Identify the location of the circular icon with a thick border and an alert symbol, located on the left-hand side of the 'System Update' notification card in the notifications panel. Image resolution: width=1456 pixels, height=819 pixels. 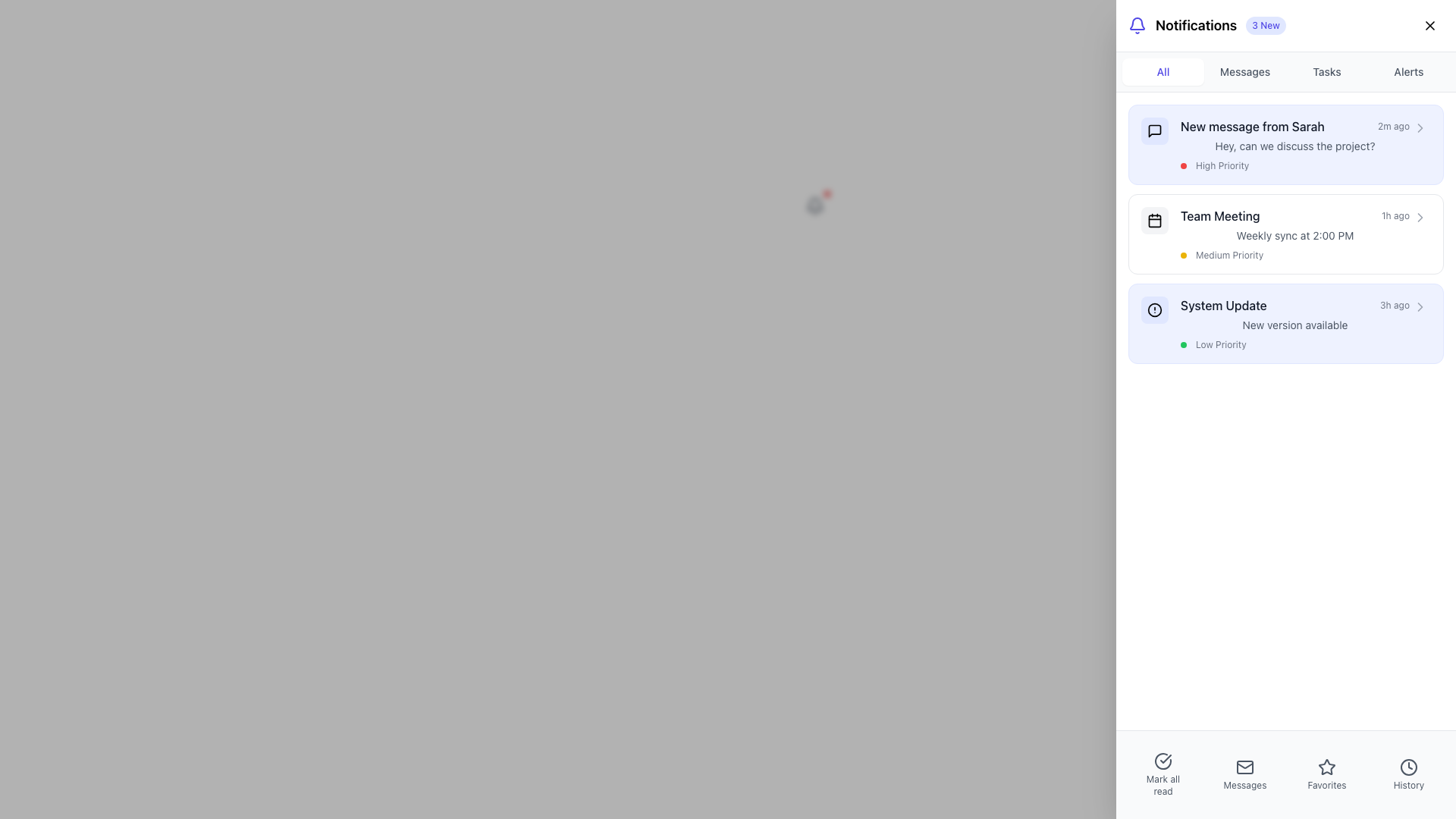
(1153, 309).